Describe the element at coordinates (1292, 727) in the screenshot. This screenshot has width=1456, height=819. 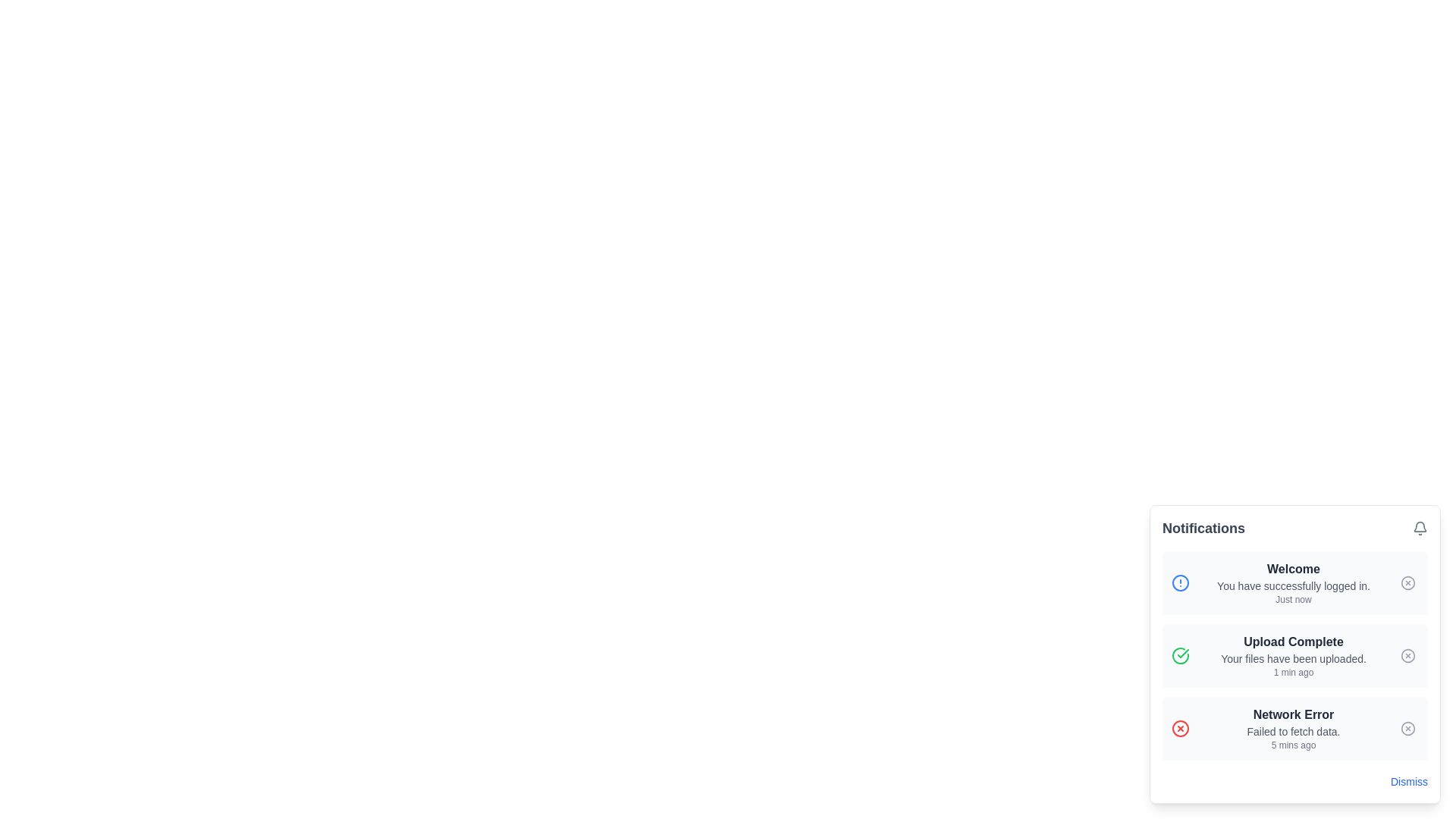
I see `the network error notification text block, which indicates a network error occurred 5 minutes ago, located between the 'Upload Complete' notification and the dismiss button` at that location.